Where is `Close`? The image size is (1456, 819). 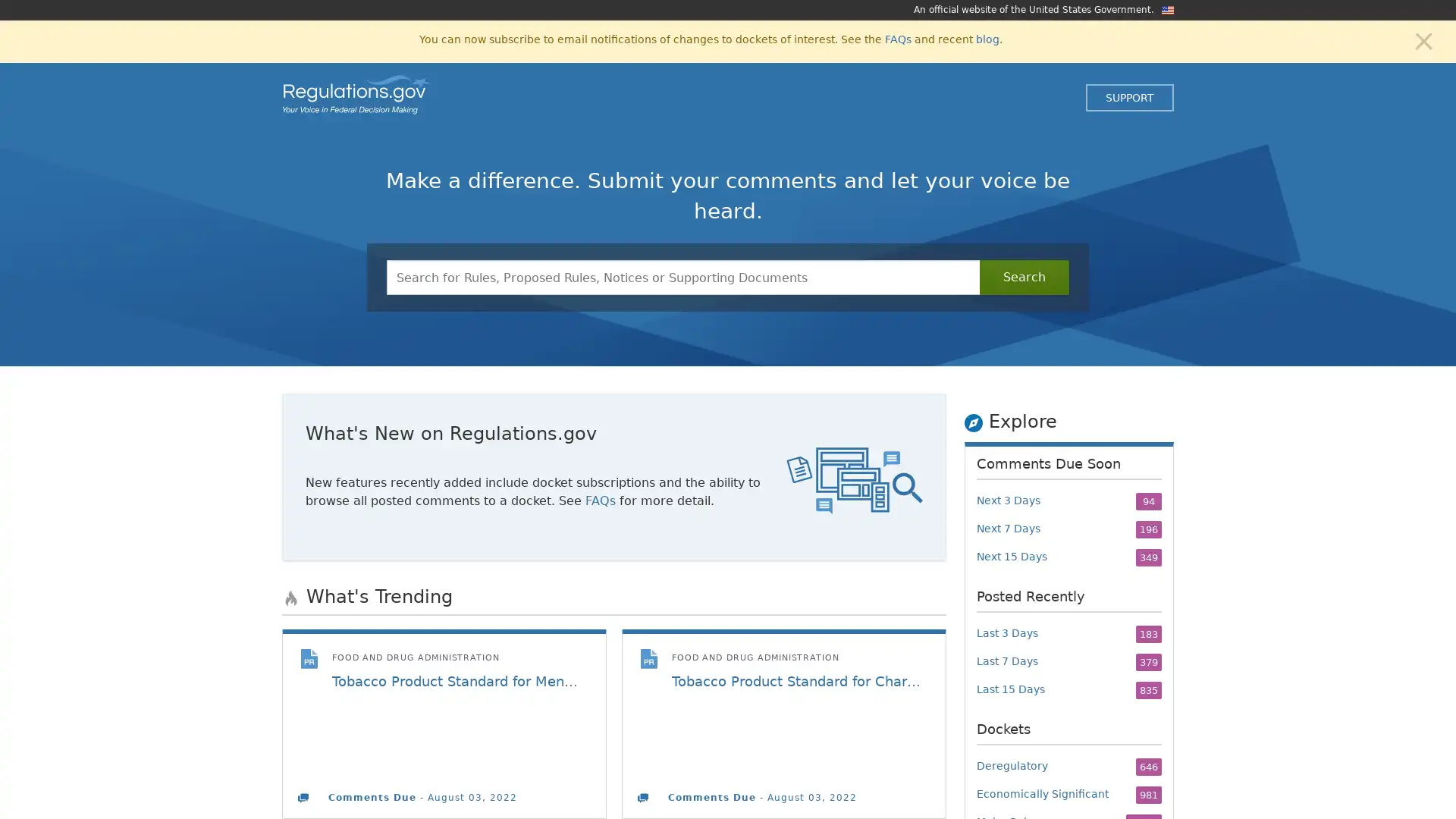
Close is located at coordinates (1423, 39).